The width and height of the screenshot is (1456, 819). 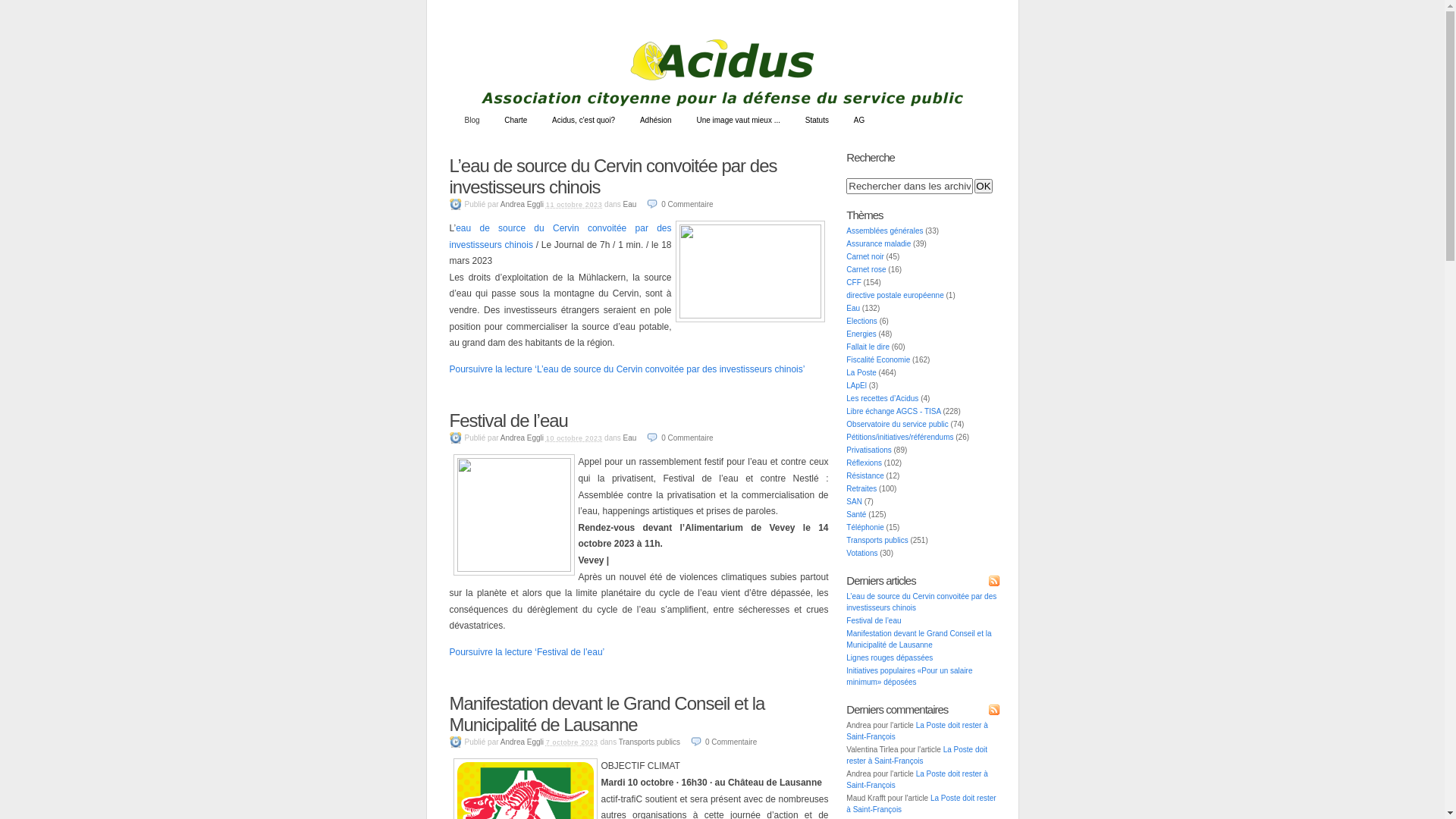 I want to click on 'Elections', so click(x=861, y=320).